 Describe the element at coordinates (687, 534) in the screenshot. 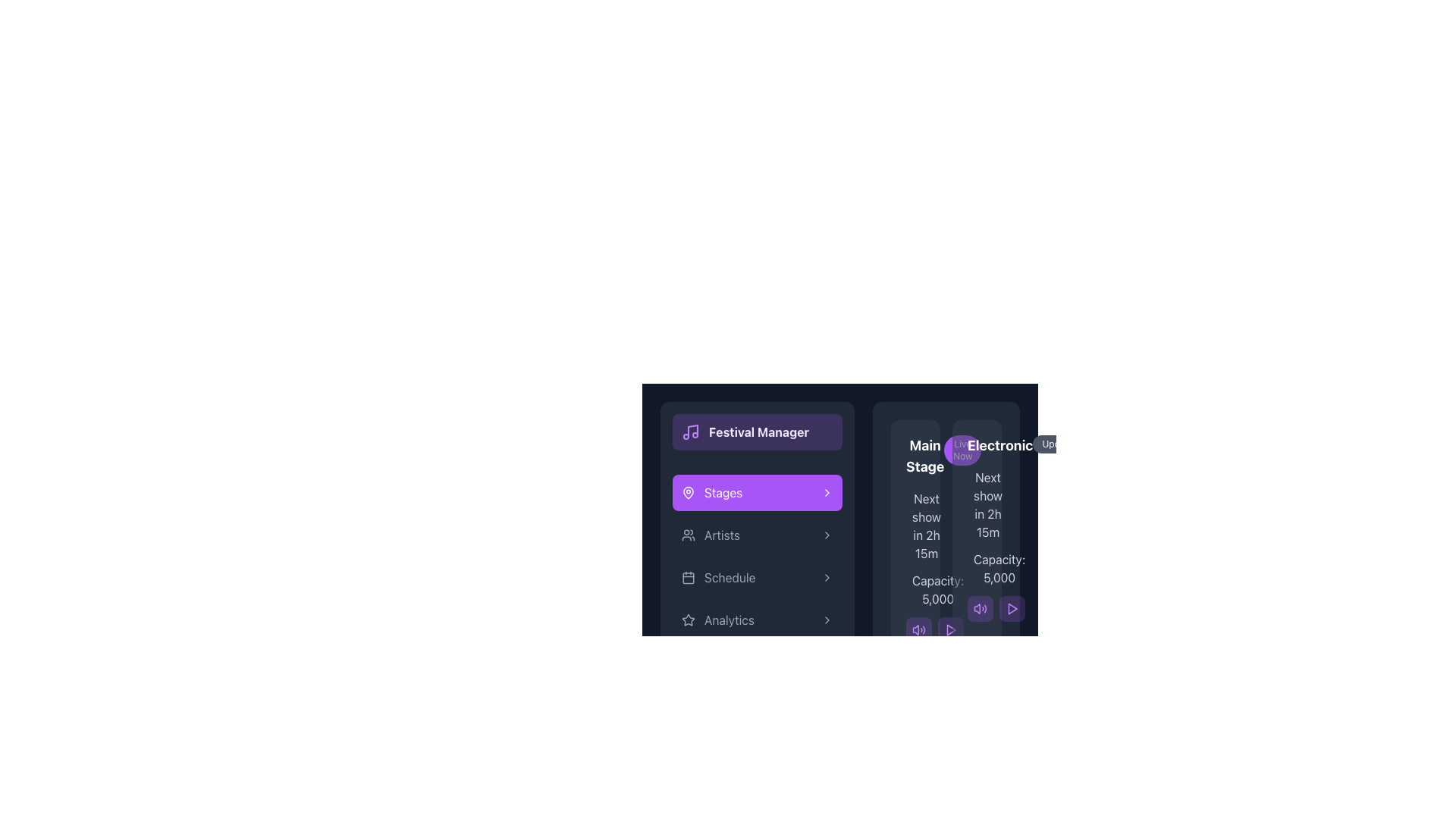

I see `the 'Artists' icon located in the left navigation panel, positioned below 'Stages' and above 'Schedule'` at that location.